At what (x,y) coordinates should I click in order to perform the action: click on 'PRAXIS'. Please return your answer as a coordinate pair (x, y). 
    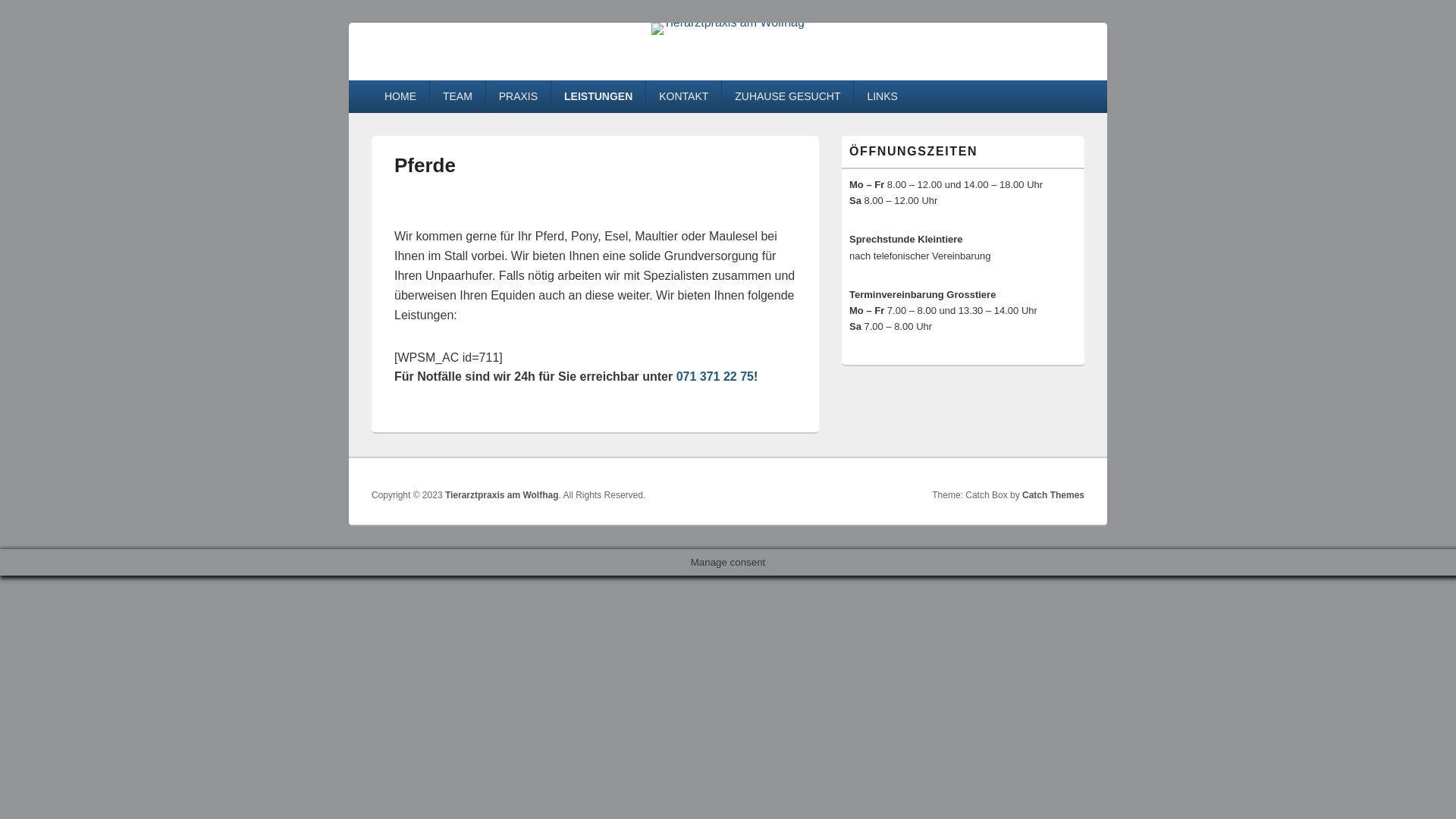
    Looking at the image, I should click on (518, 96).